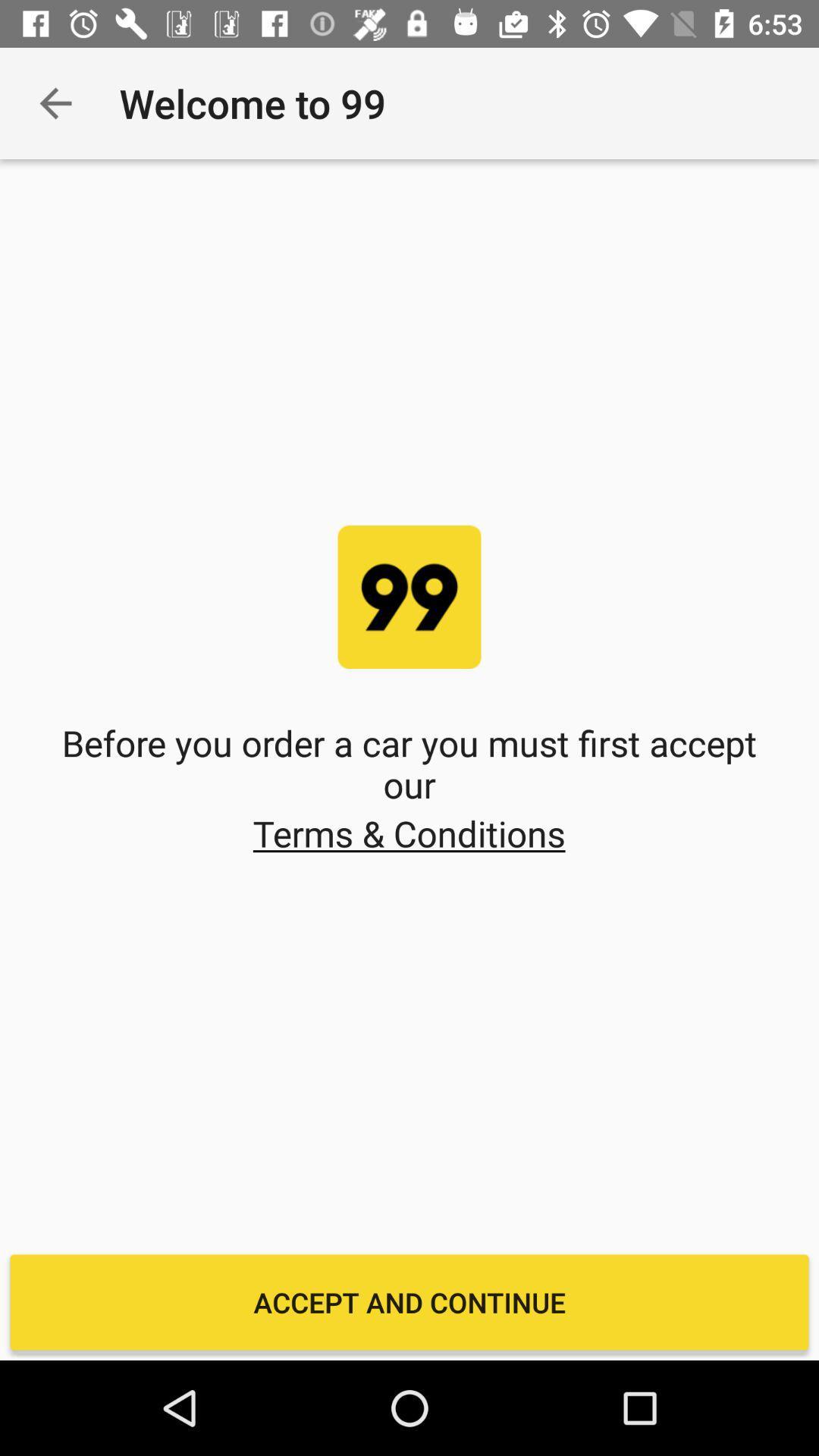 The width and height of the screenshot is (819, 1456). What do you see at coordinates (408, 833) in the screenshot?
I see `terms & conditions icon` at bounding box center [408, 833].